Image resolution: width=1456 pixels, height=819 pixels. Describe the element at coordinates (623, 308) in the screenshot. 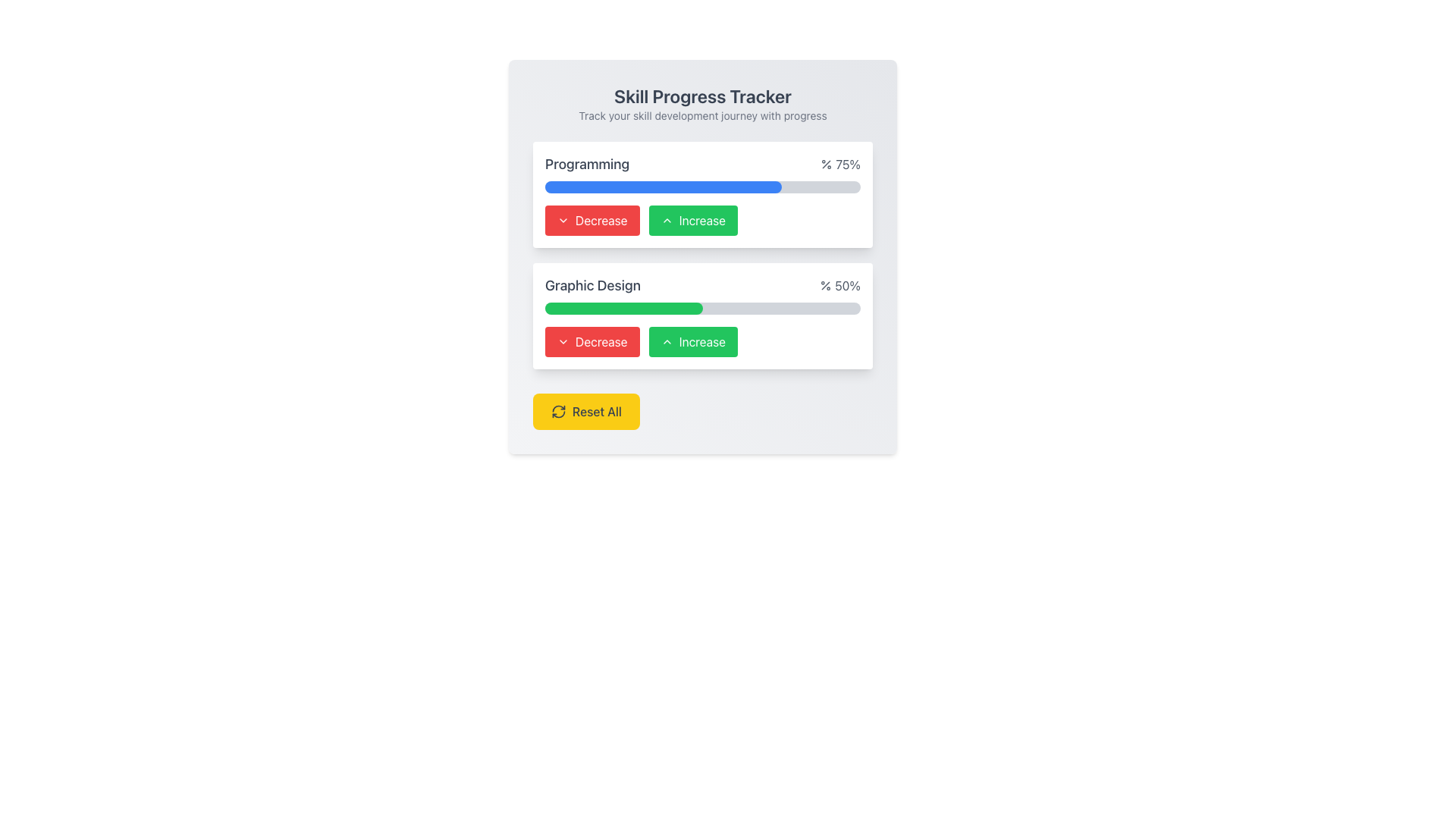

I see `the progress indicator bar representing 50% completion for the 'Graphic Design' skill, located within the second progress tracker` at that location.